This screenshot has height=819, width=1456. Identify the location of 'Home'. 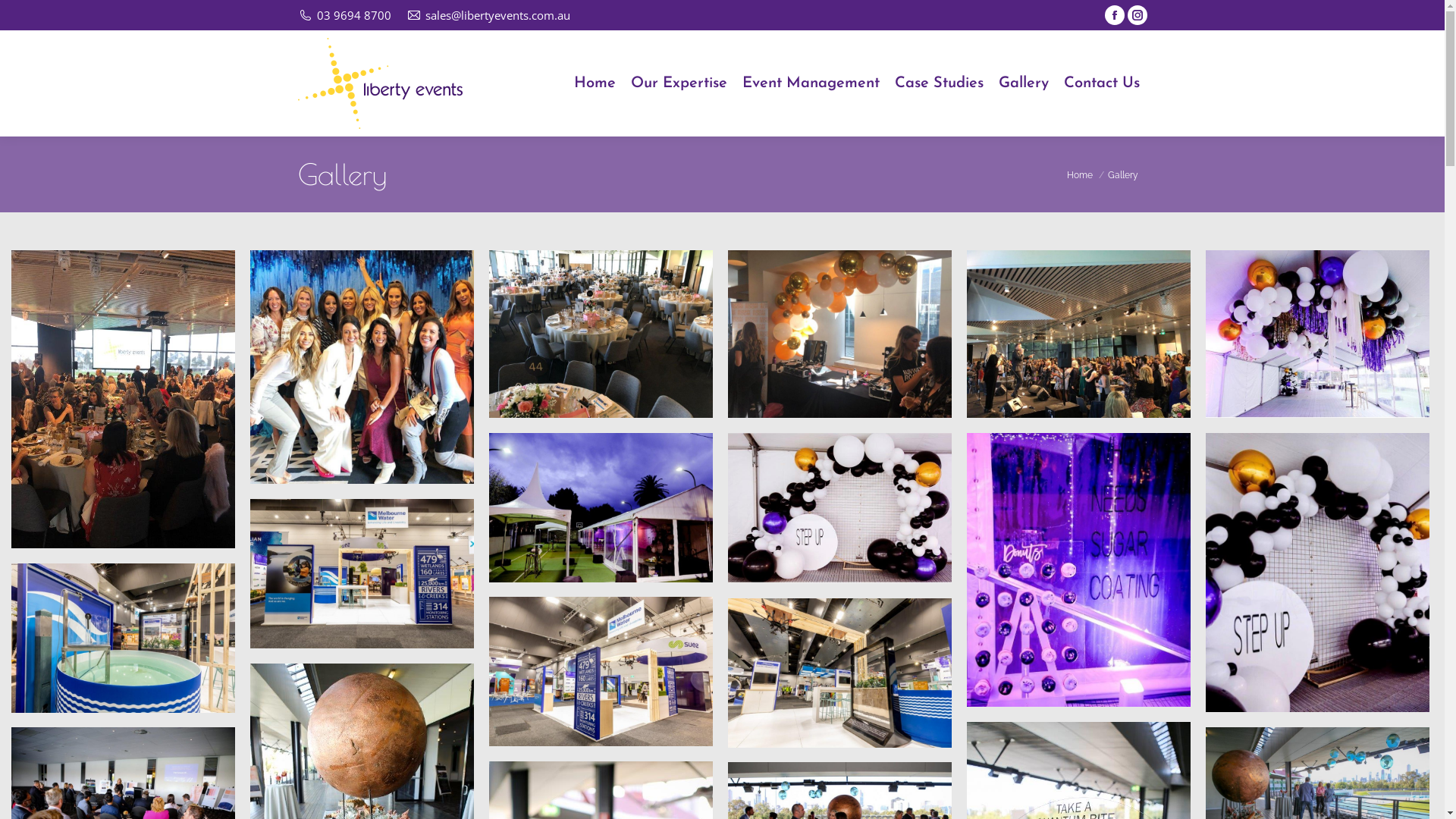
(593, 83).